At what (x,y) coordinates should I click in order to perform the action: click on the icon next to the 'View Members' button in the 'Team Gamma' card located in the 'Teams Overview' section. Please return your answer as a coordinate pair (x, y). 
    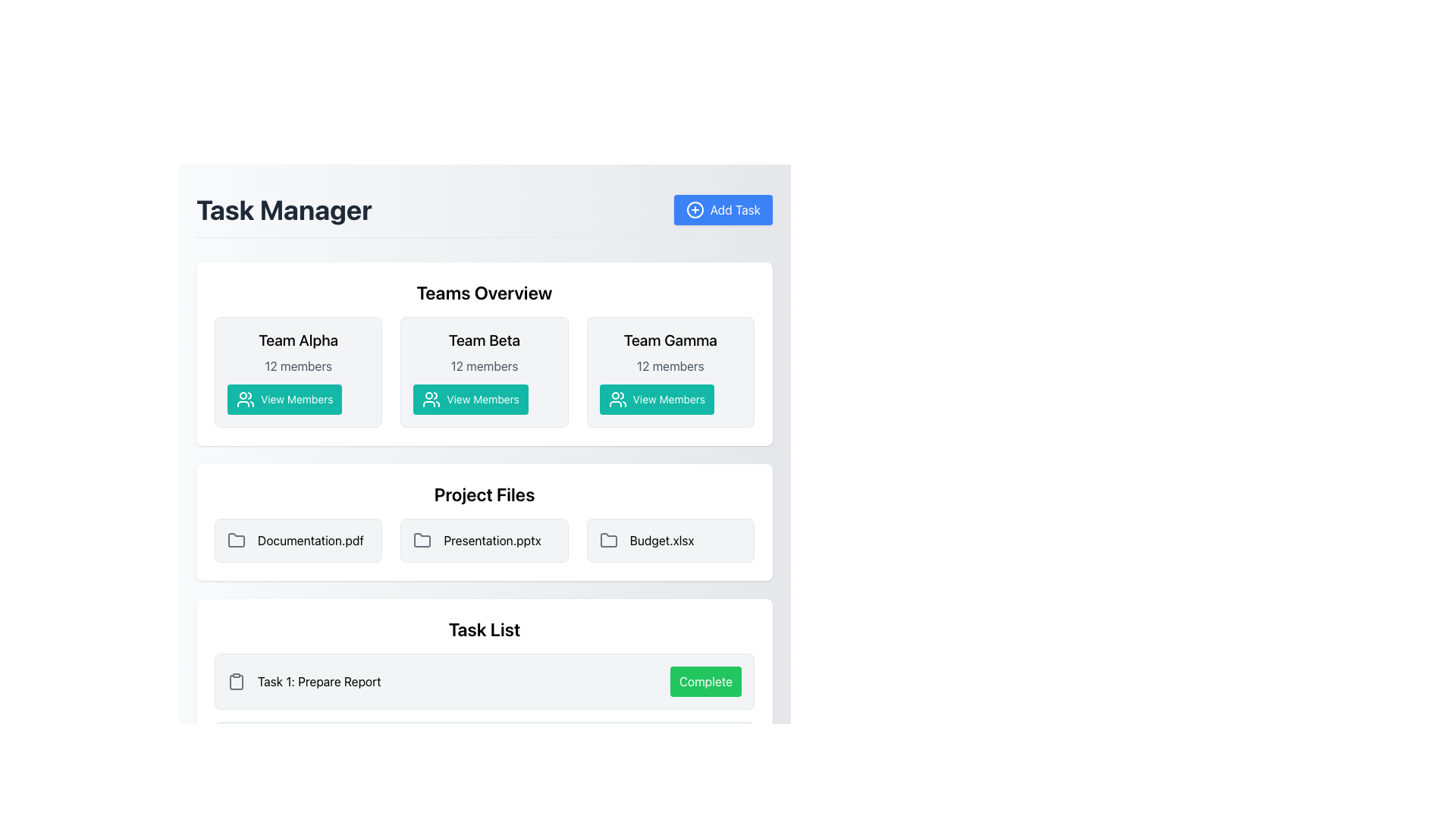
    Looking at the image, I should click on (617, 399).